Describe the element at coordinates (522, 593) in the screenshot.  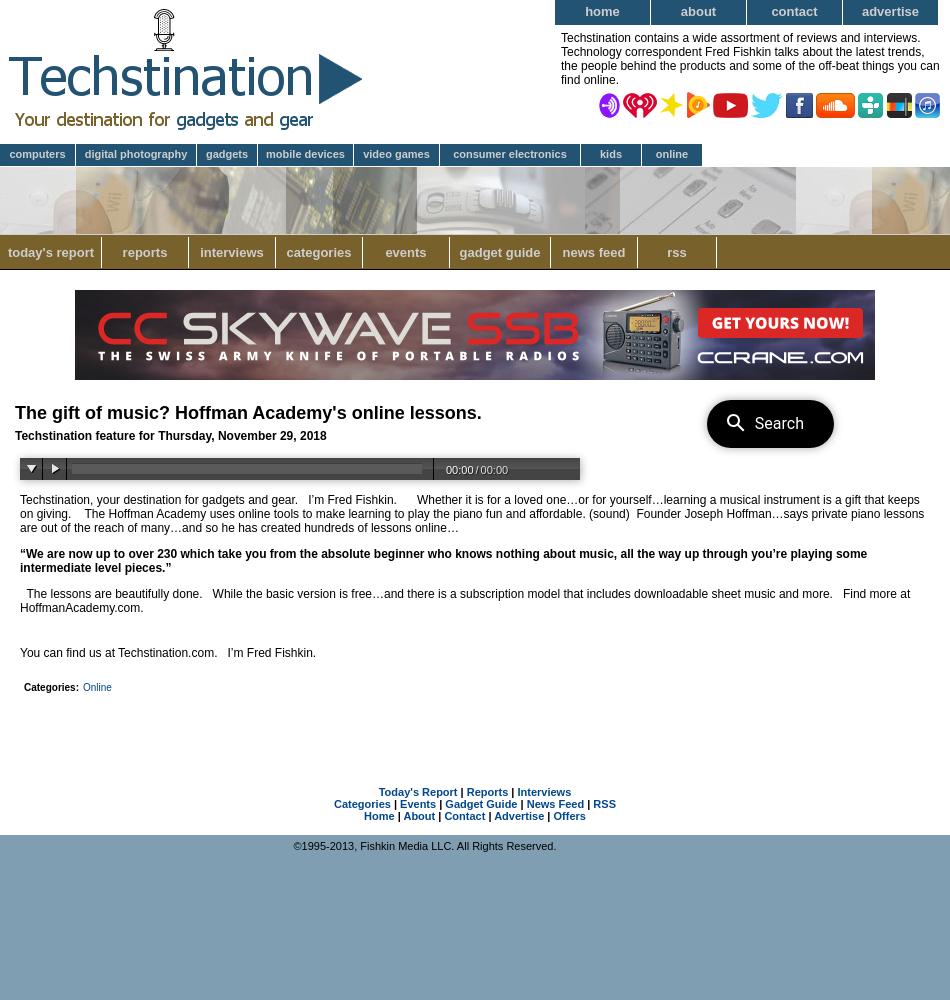
I see `'While the basic version is free…and there is a subscription model that includes downloadable sheet music and more.'` at that location.